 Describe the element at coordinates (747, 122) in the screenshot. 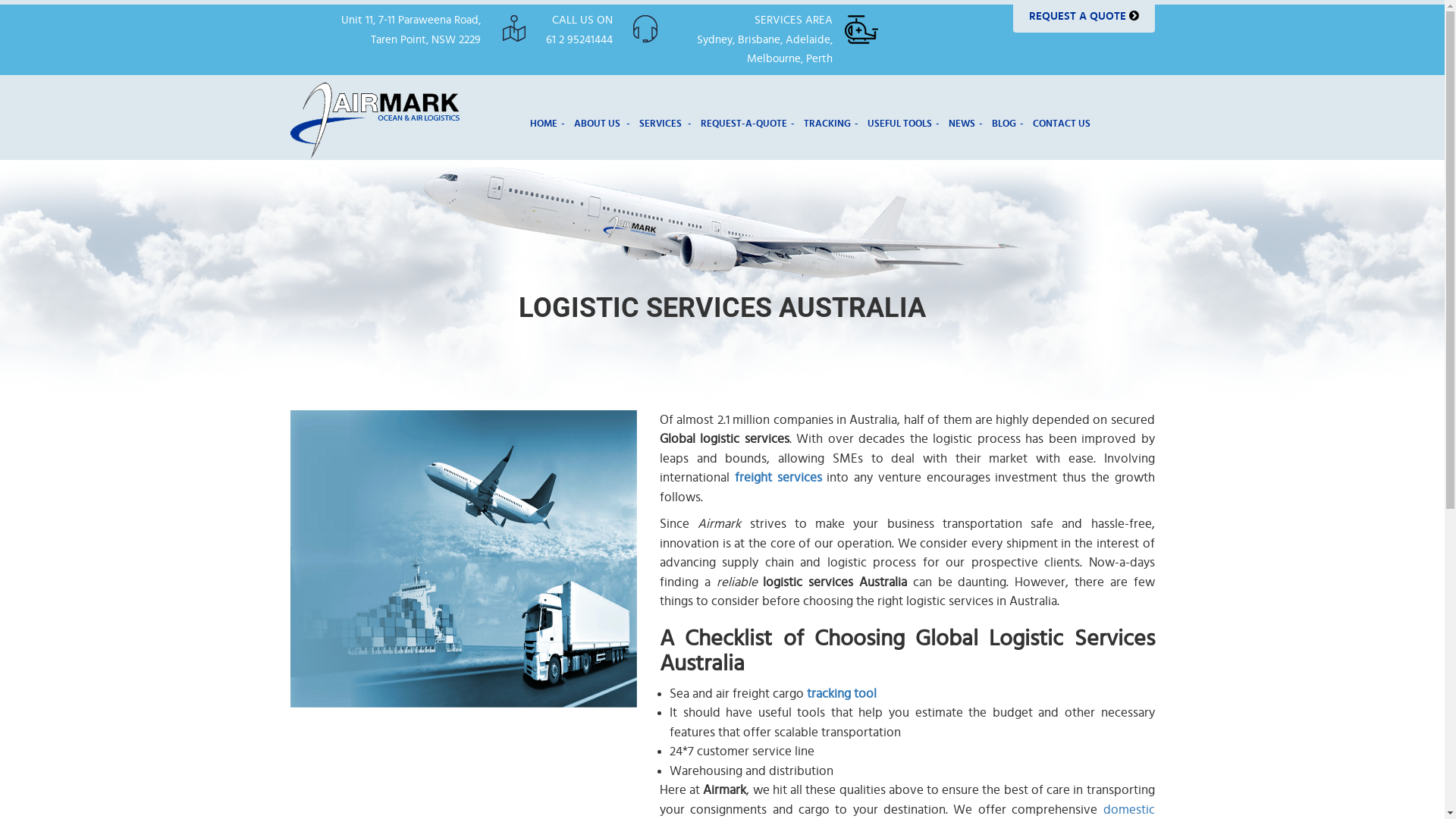

I see `'REQUEST-A-QUOTE'` at that location.